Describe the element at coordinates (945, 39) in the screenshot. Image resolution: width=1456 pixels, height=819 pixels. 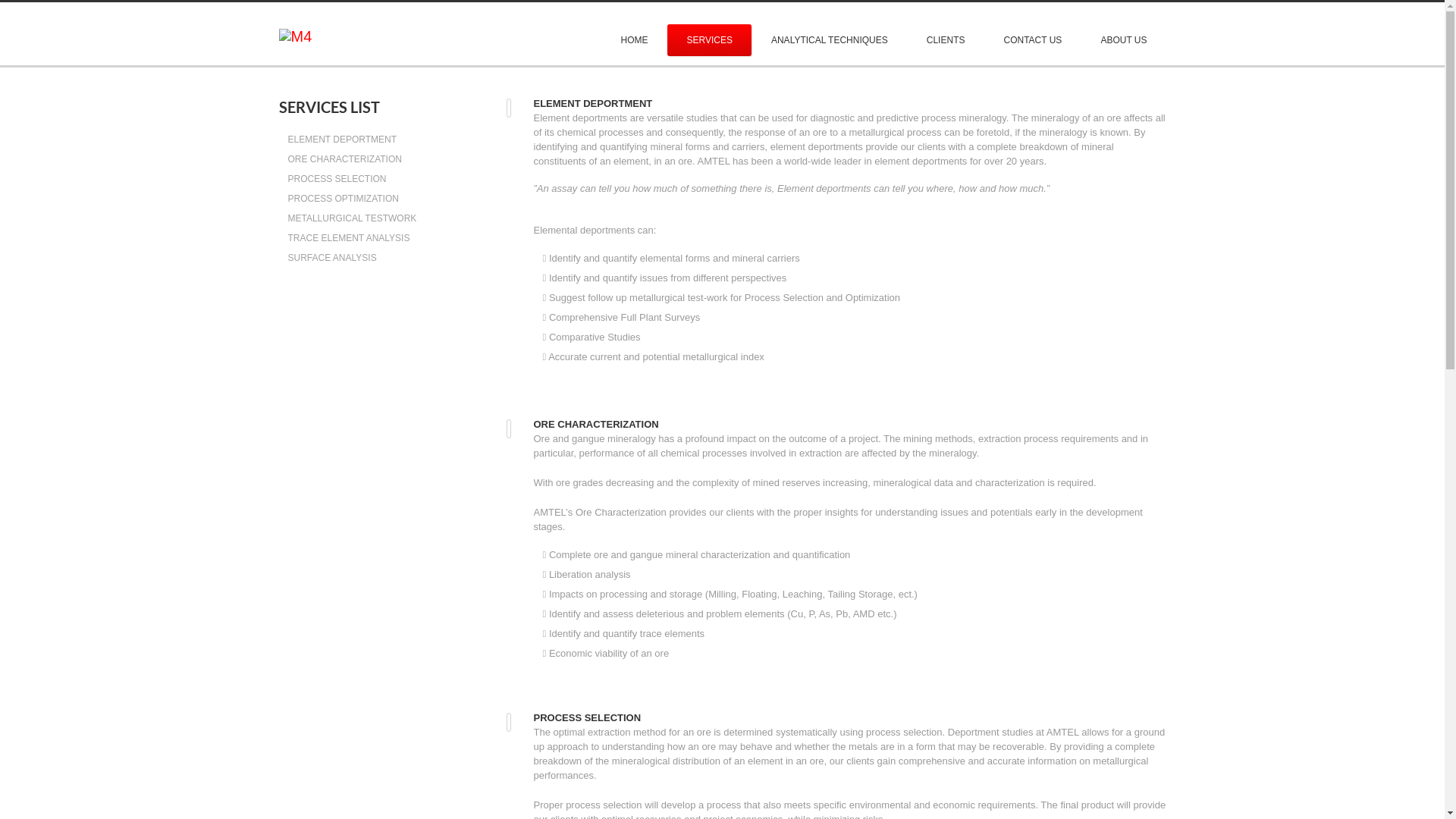
I see `'CLIENTS'` at that location.